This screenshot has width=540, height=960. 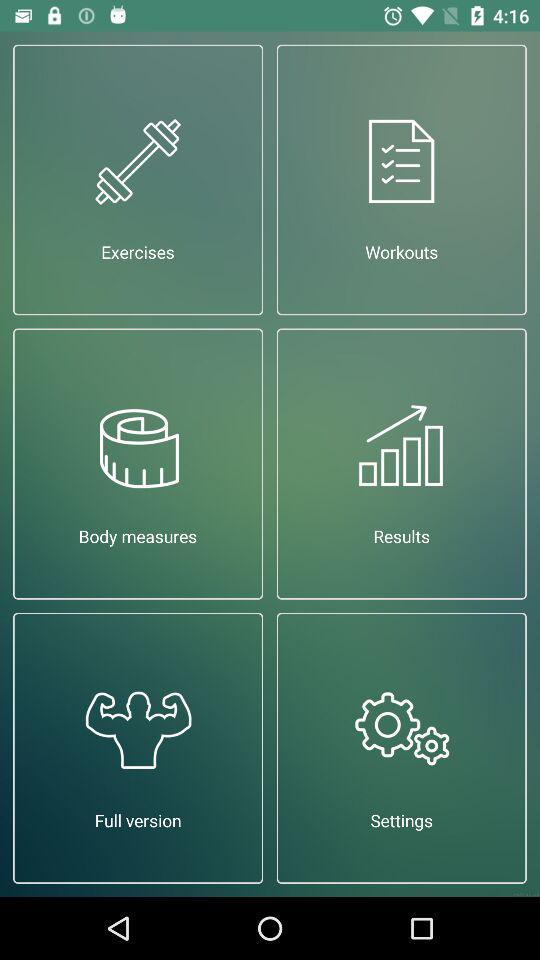 I want to click on exercises at the top left corner, so click(x=137, y=178).